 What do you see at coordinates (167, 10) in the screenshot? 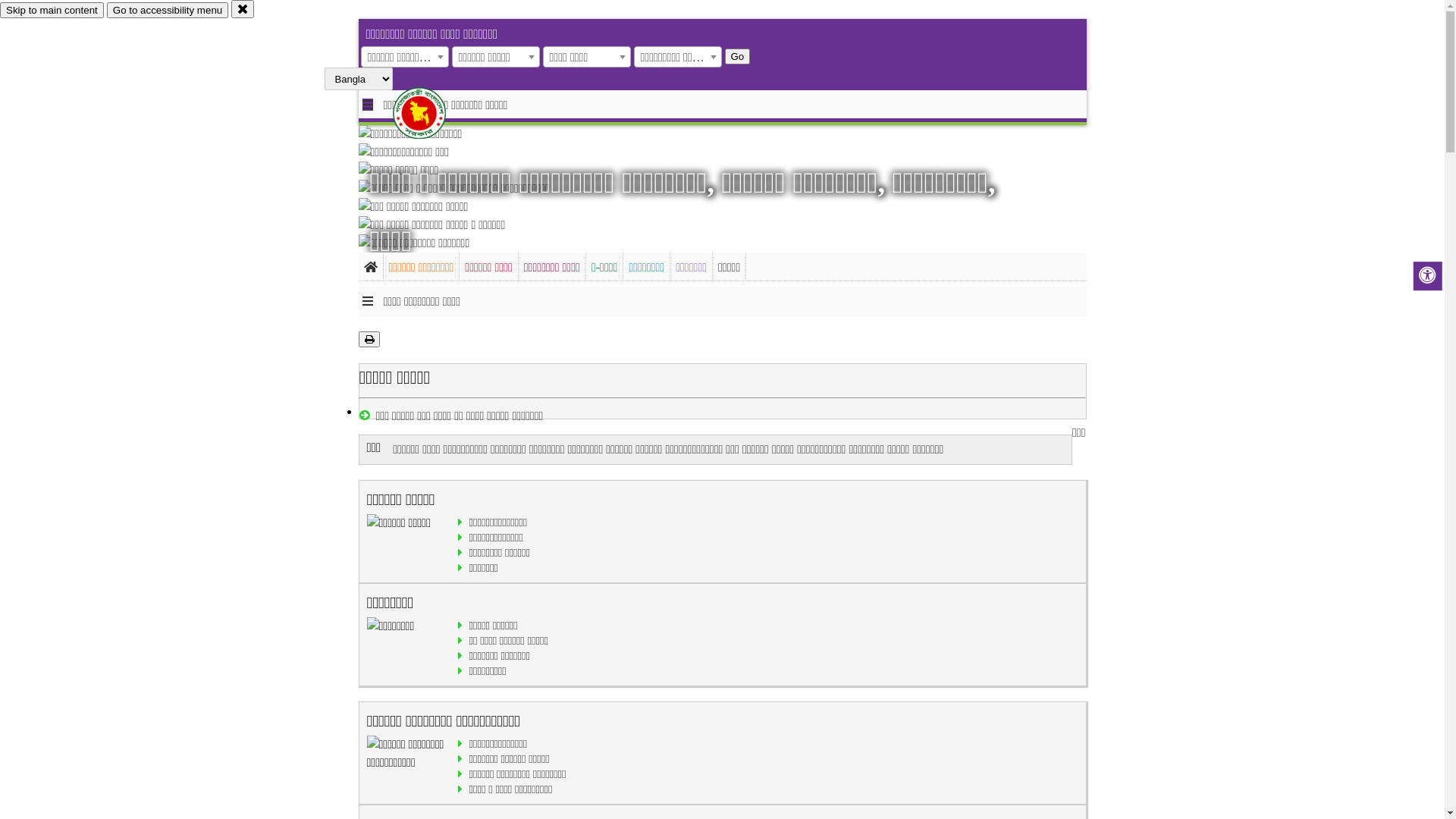
I see `'Go to accessibility menu'` at bounding box center [167, 10].